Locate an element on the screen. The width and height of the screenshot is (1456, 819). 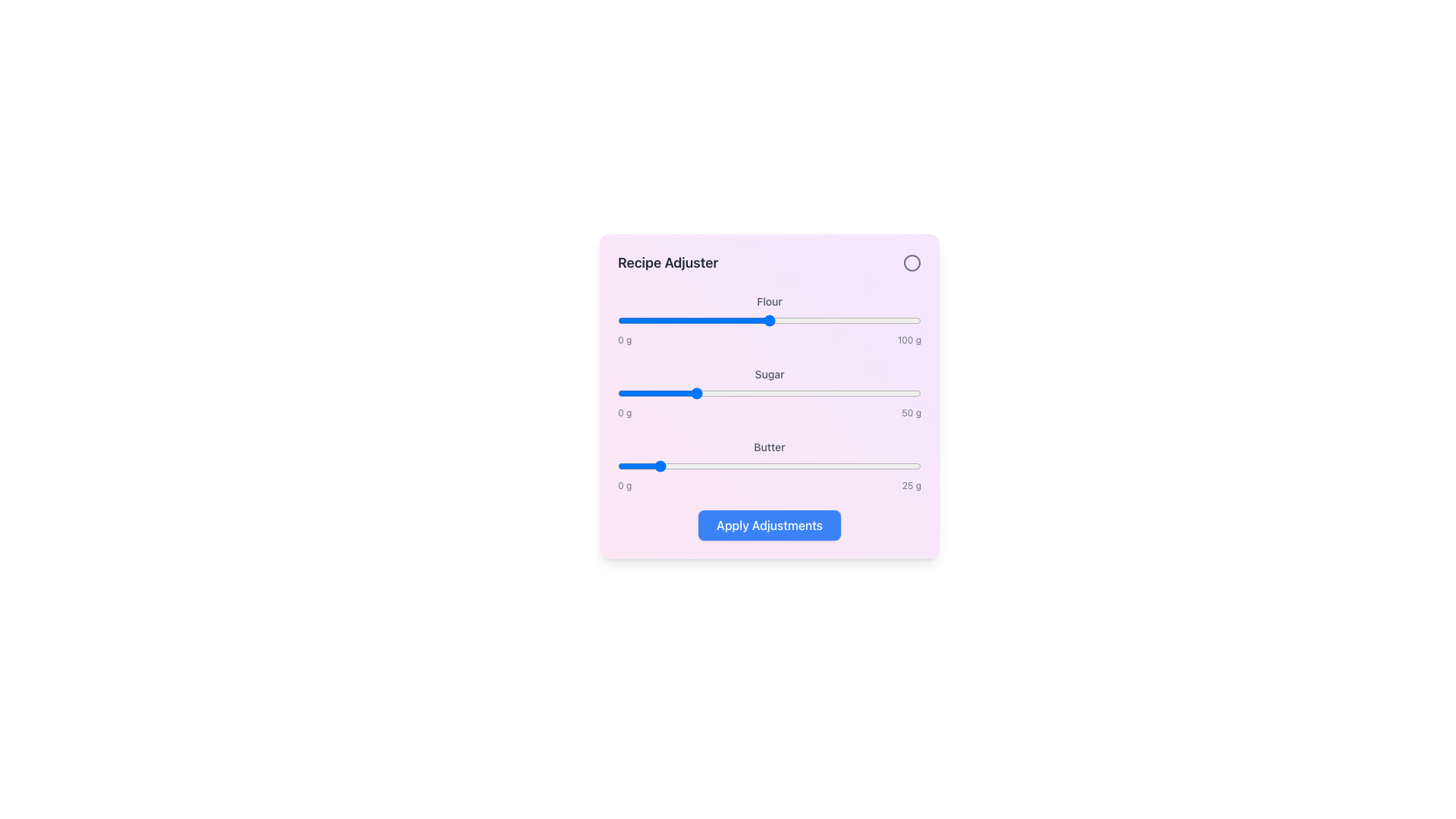
the label indicating '25 grams', which is located at the right end of the 'Butter' slider component, adjacent to the slider track is located at coordinates (911, 485).